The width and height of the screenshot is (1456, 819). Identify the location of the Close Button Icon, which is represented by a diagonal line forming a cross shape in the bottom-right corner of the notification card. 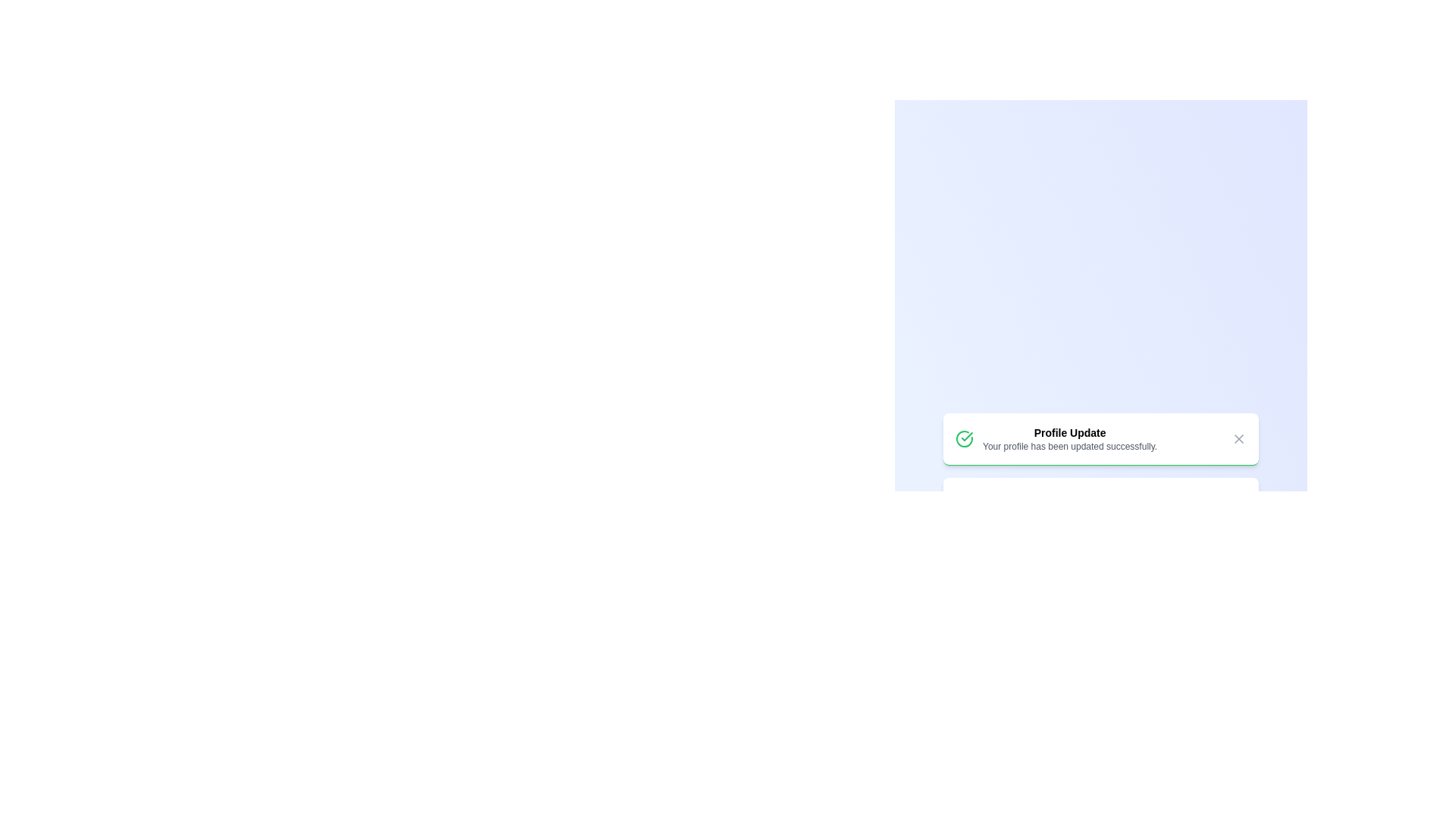
(1238, 438).